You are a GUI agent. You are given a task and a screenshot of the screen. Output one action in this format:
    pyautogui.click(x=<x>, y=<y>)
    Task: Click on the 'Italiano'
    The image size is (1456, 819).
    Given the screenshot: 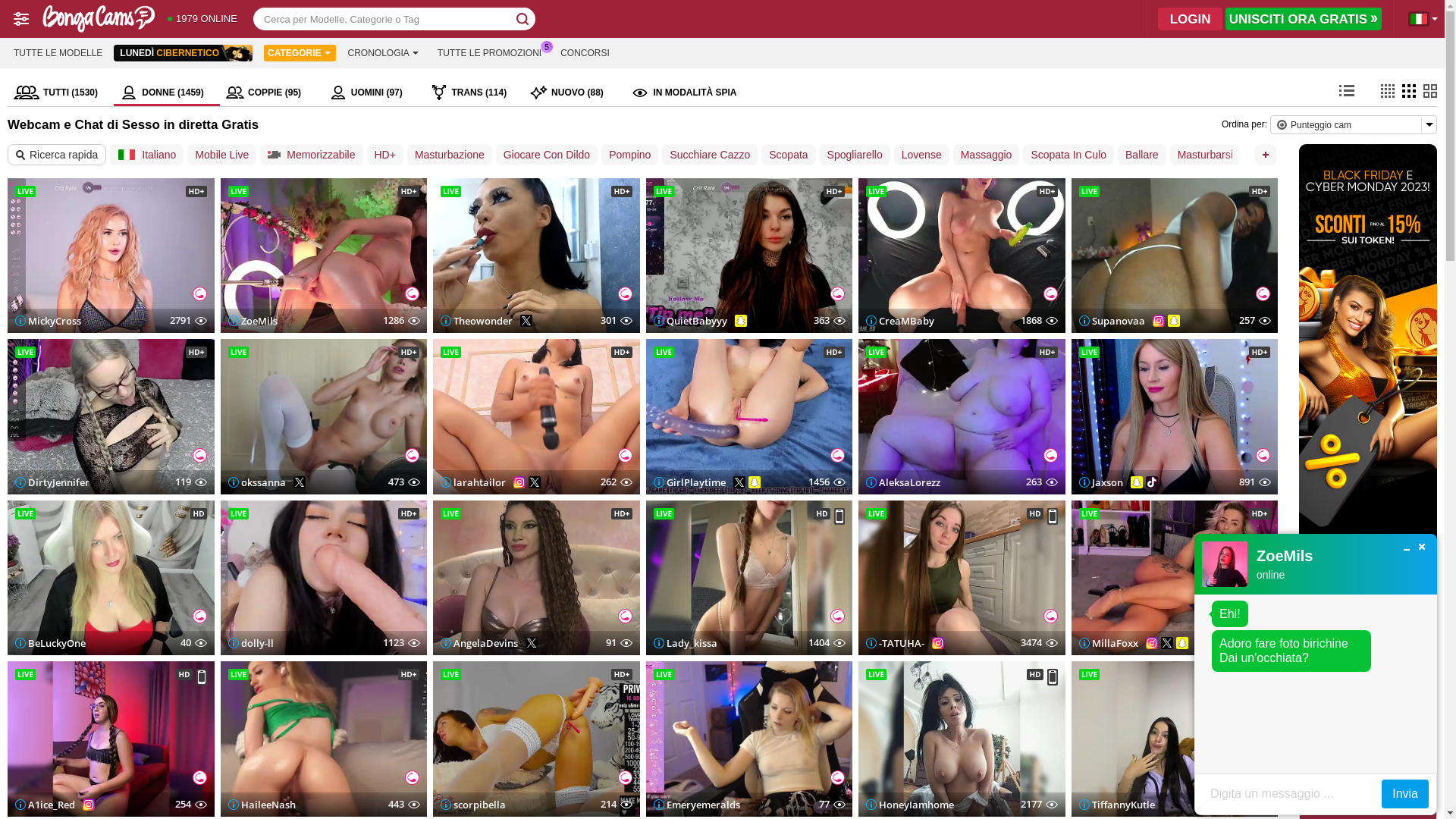 What is the action you would take?
    pyautogui.click(x=146, y=155)
    